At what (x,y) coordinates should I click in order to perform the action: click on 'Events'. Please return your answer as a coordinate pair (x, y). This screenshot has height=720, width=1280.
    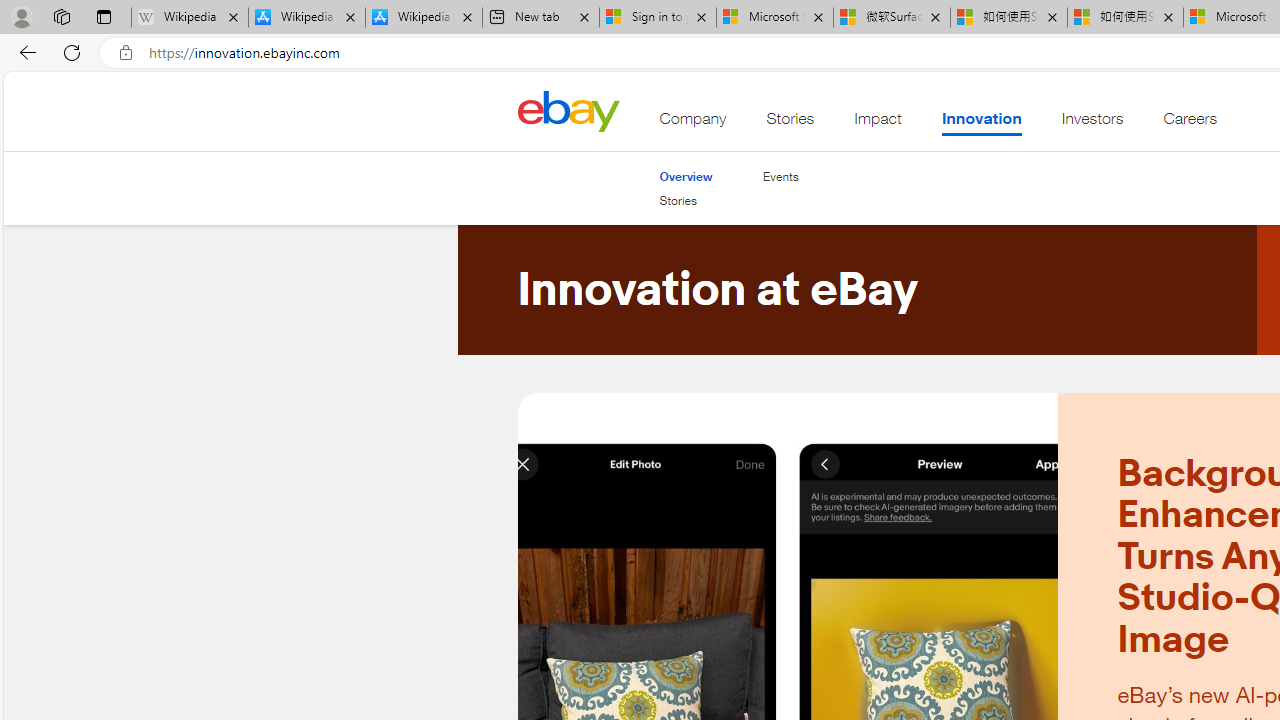
    Looking at the image, I should click on (779, 176).